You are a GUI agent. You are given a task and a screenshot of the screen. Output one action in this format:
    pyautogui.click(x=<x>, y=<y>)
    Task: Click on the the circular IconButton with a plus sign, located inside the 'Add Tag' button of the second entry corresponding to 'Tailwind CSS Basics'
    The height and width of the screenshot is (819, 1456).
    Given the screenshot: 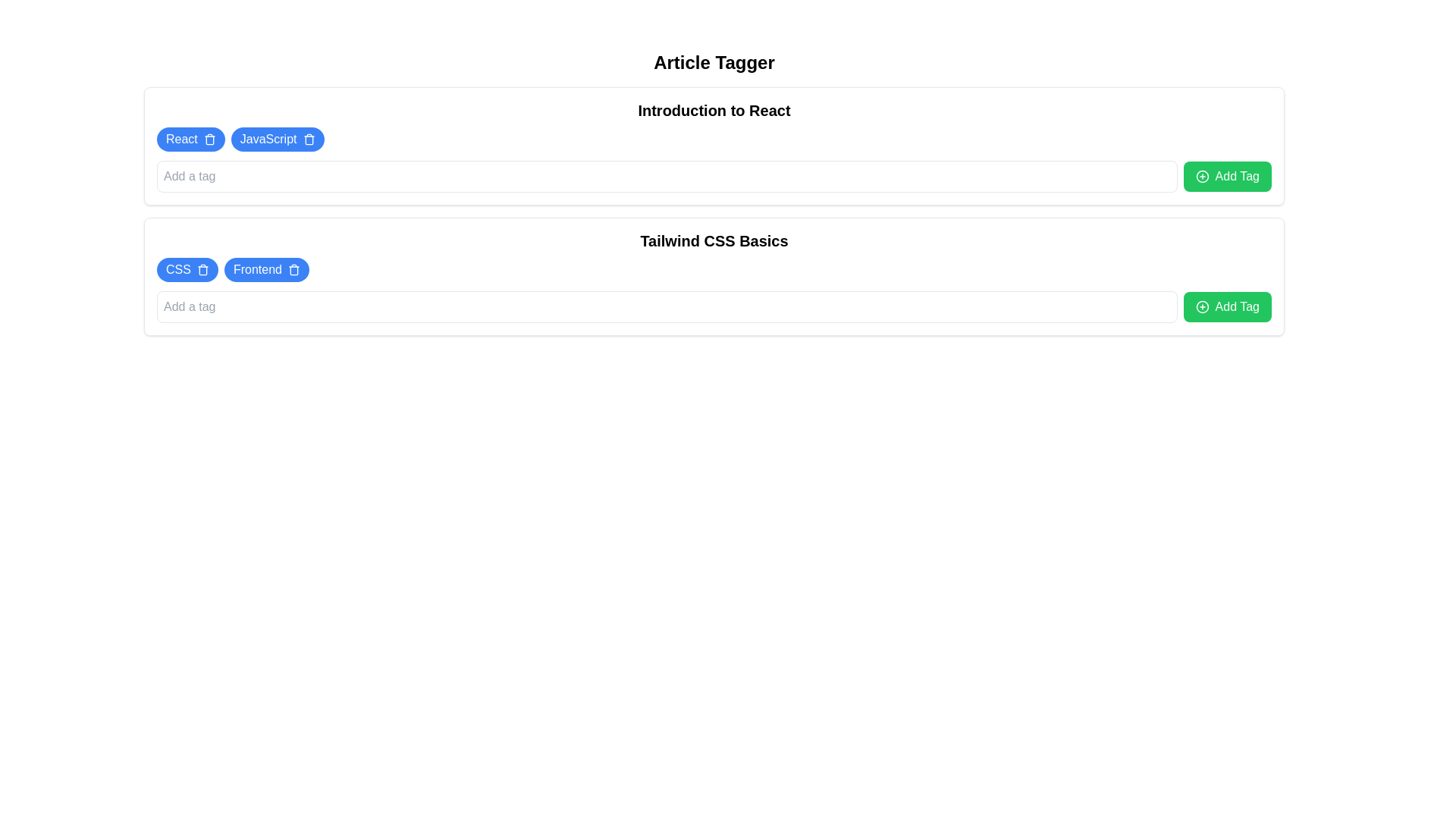 What is the action you would take?
    pyautogui.click(x=1201, y=307)
    